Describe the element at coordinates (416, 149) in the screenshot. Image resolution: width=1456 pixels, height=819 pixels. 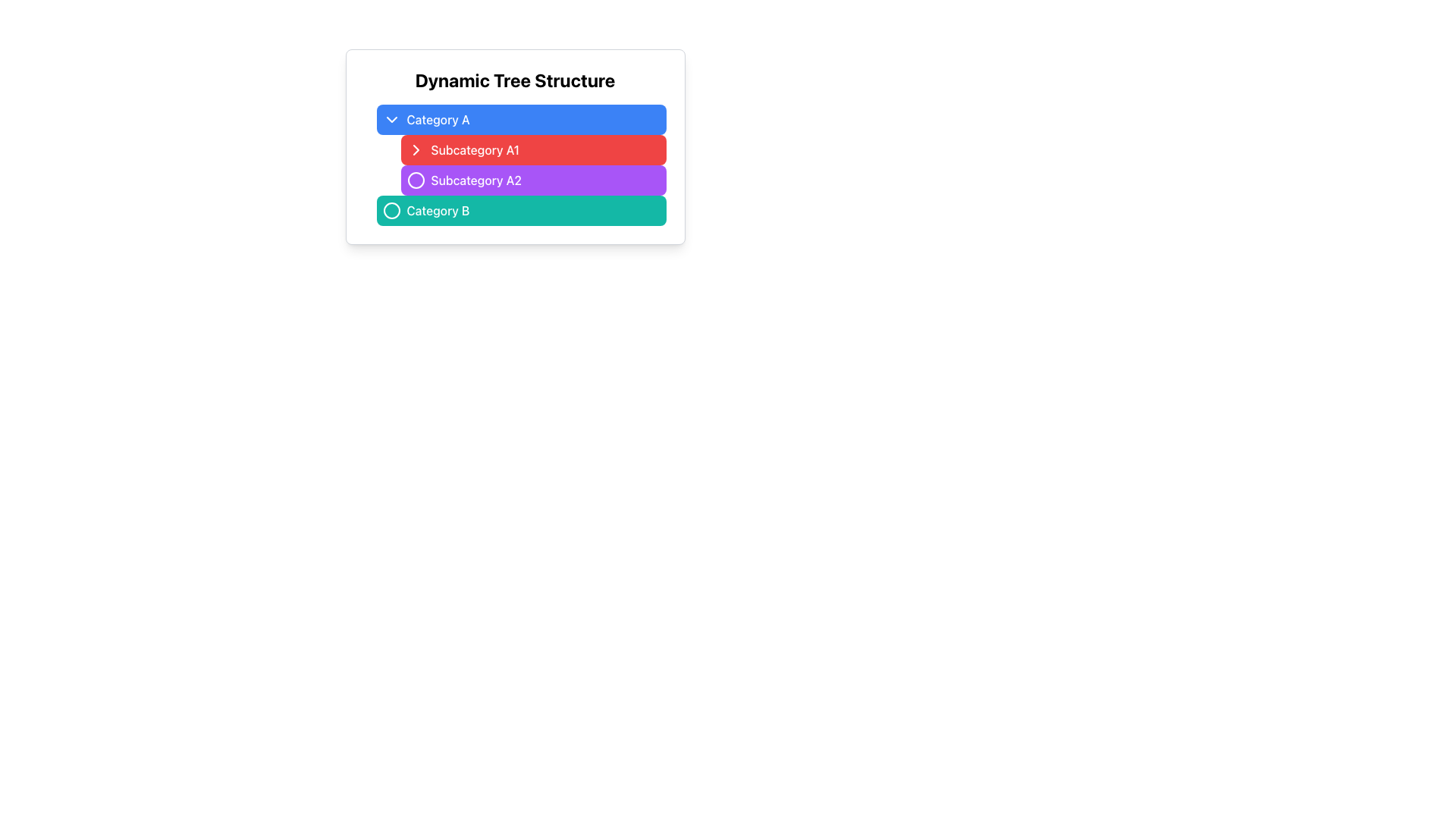
I see `the Decorative Icon, a small right-pointing chevron styled in white against a red rectangular background, positioned to the left of the 'Subcategory A1' label` at that location.